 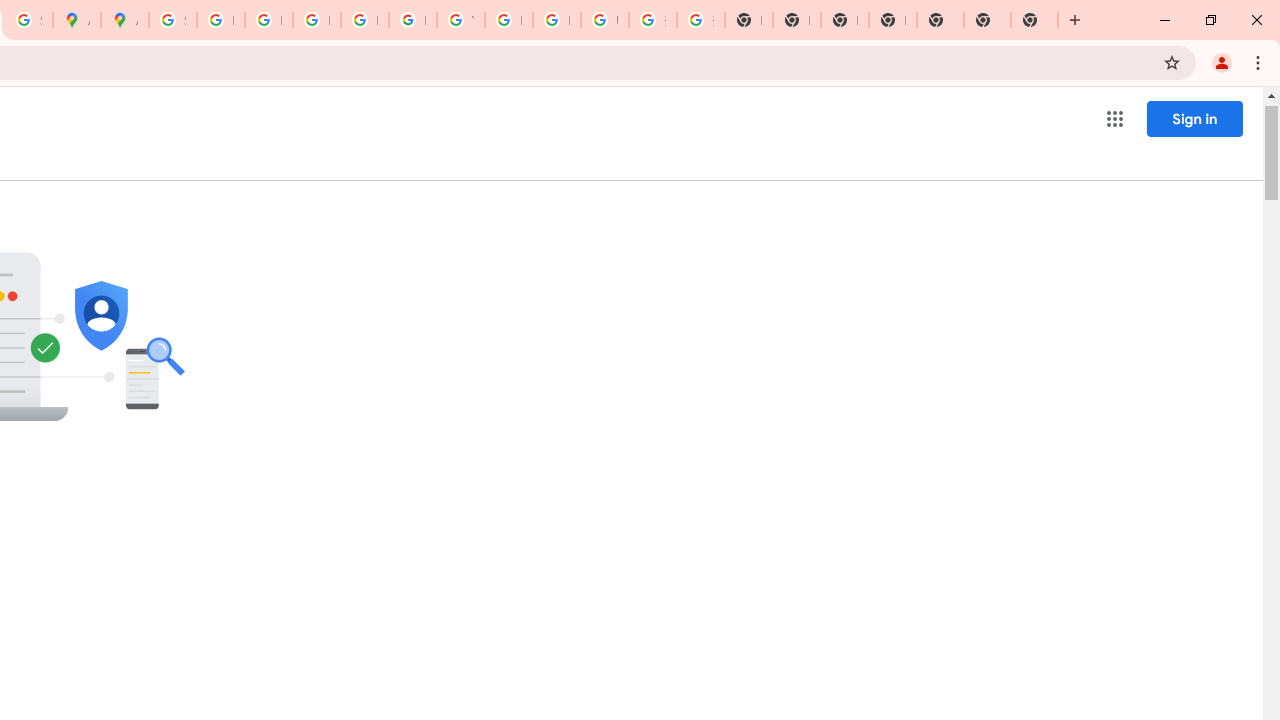 I want to click on 'Privacy Help Center - Policies Help', so click(x=267, y=20).